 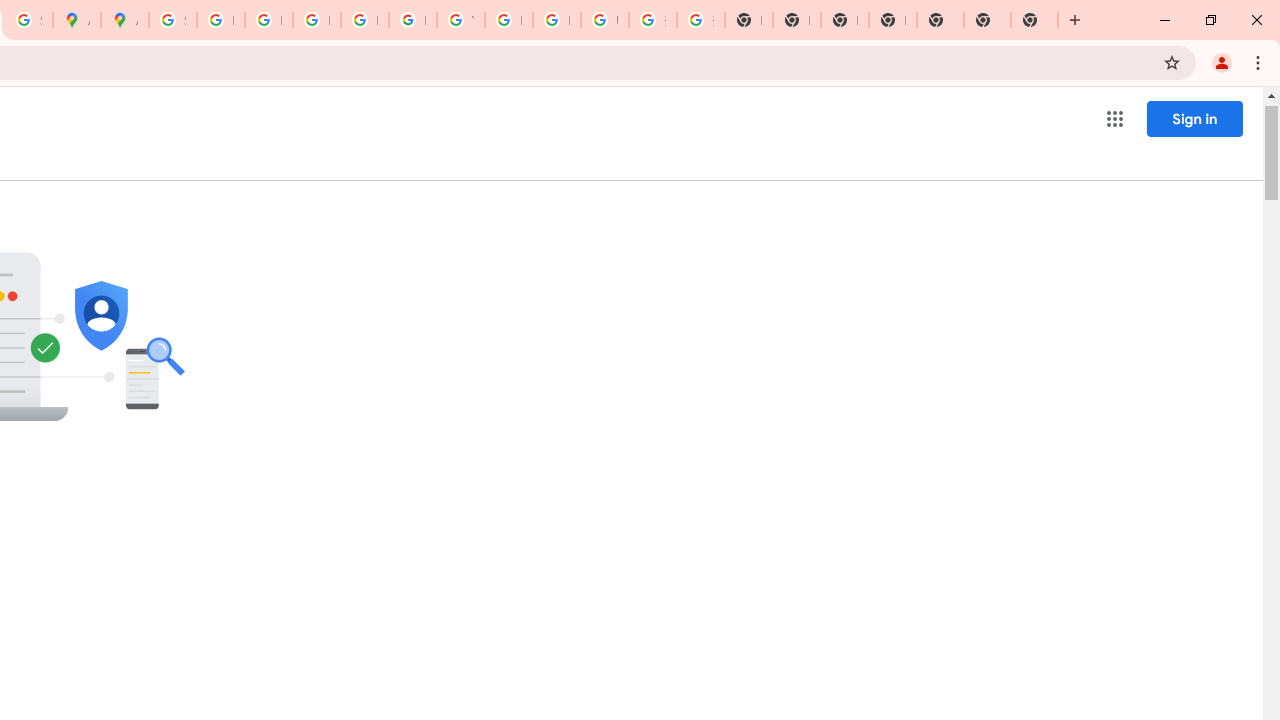 I want to click on 'Privacy Help Center - Policies Help', so click(x=267, y=20).